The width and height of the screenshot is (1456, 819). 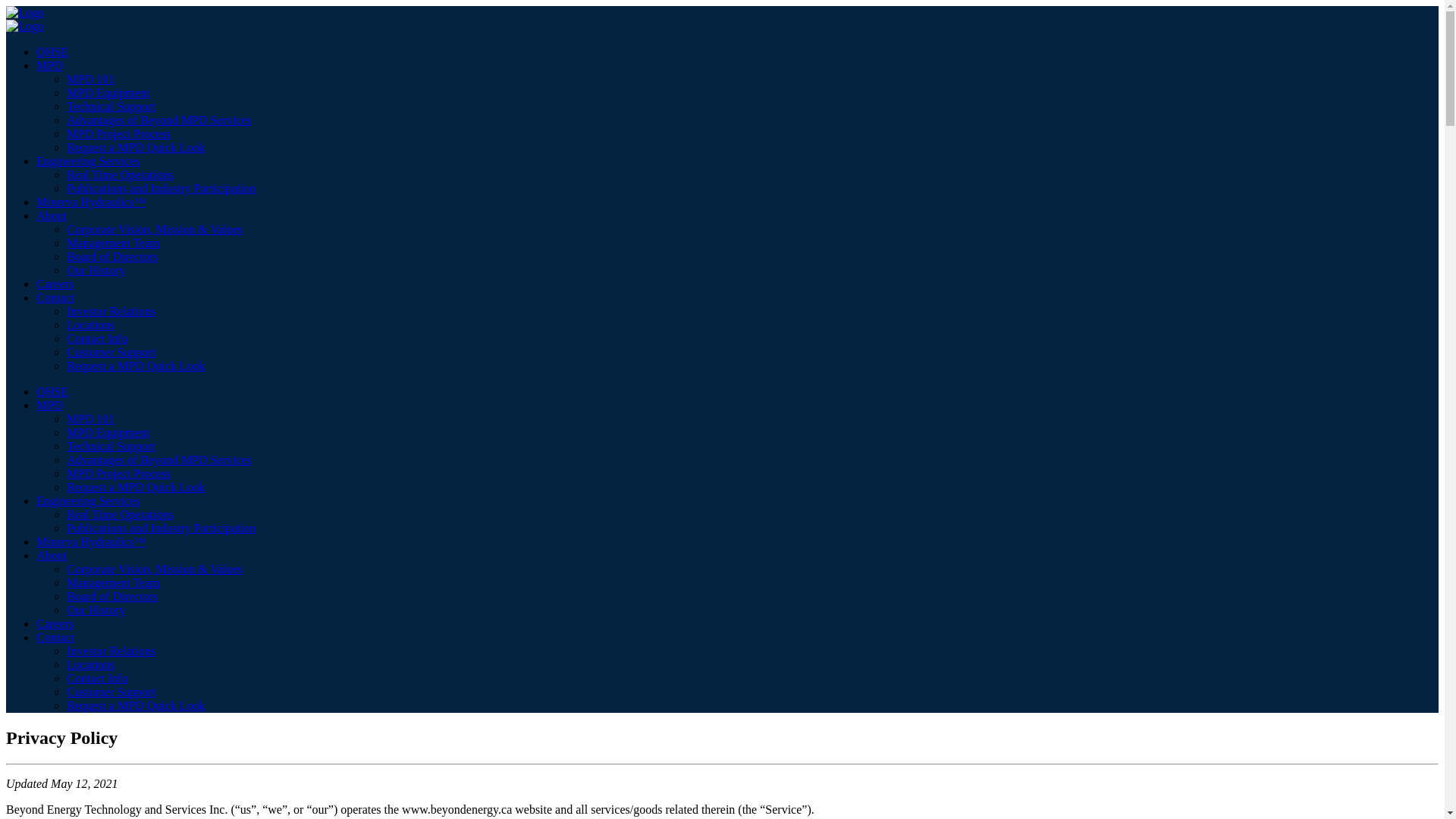 I want to click on 'Corporate Vision, Mission & Values', so click(x=154, y=229).